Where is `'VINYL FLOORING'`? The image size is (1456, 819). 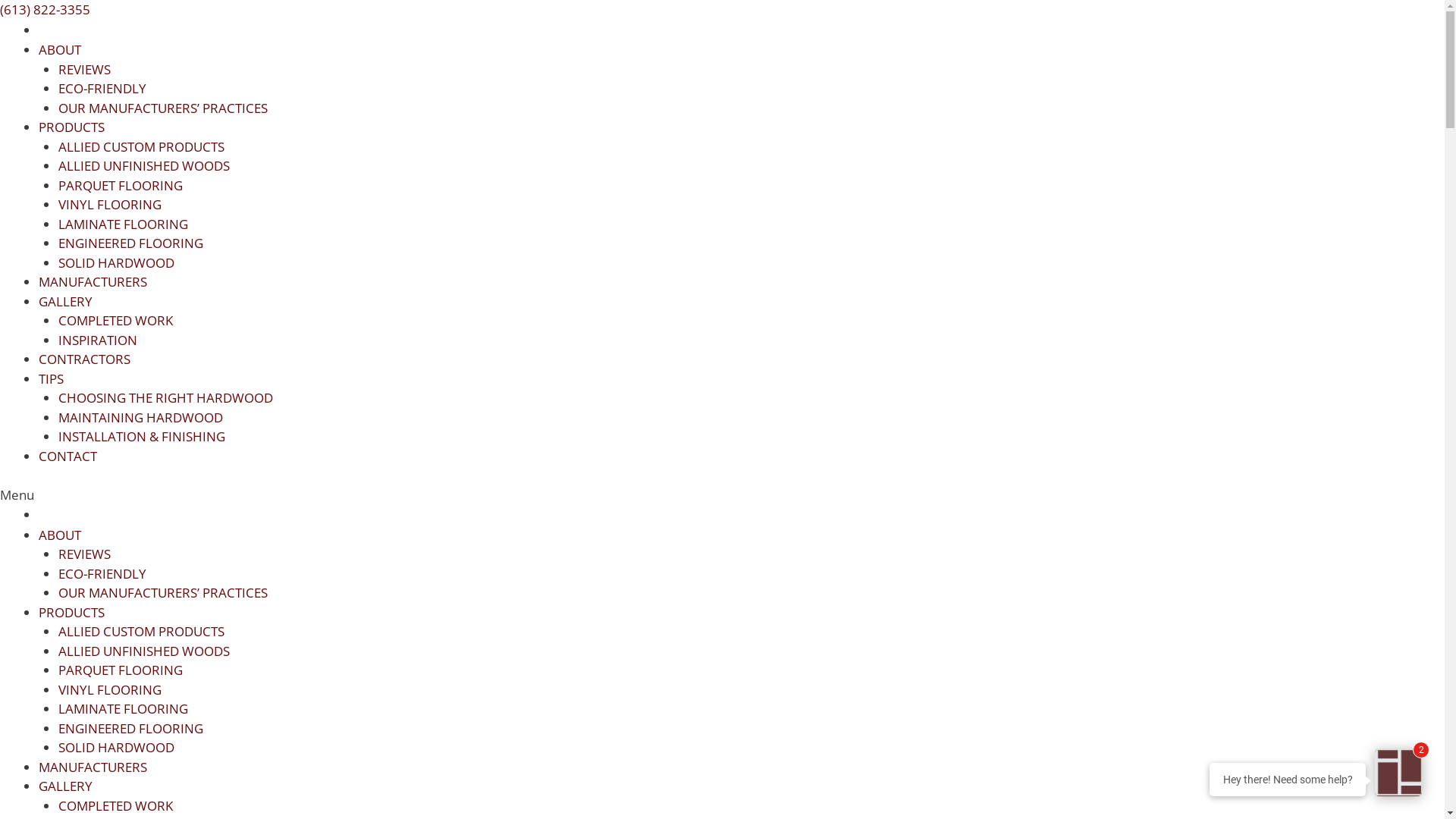
'VINYL FLOORING' is located at coordinates (108, 203).